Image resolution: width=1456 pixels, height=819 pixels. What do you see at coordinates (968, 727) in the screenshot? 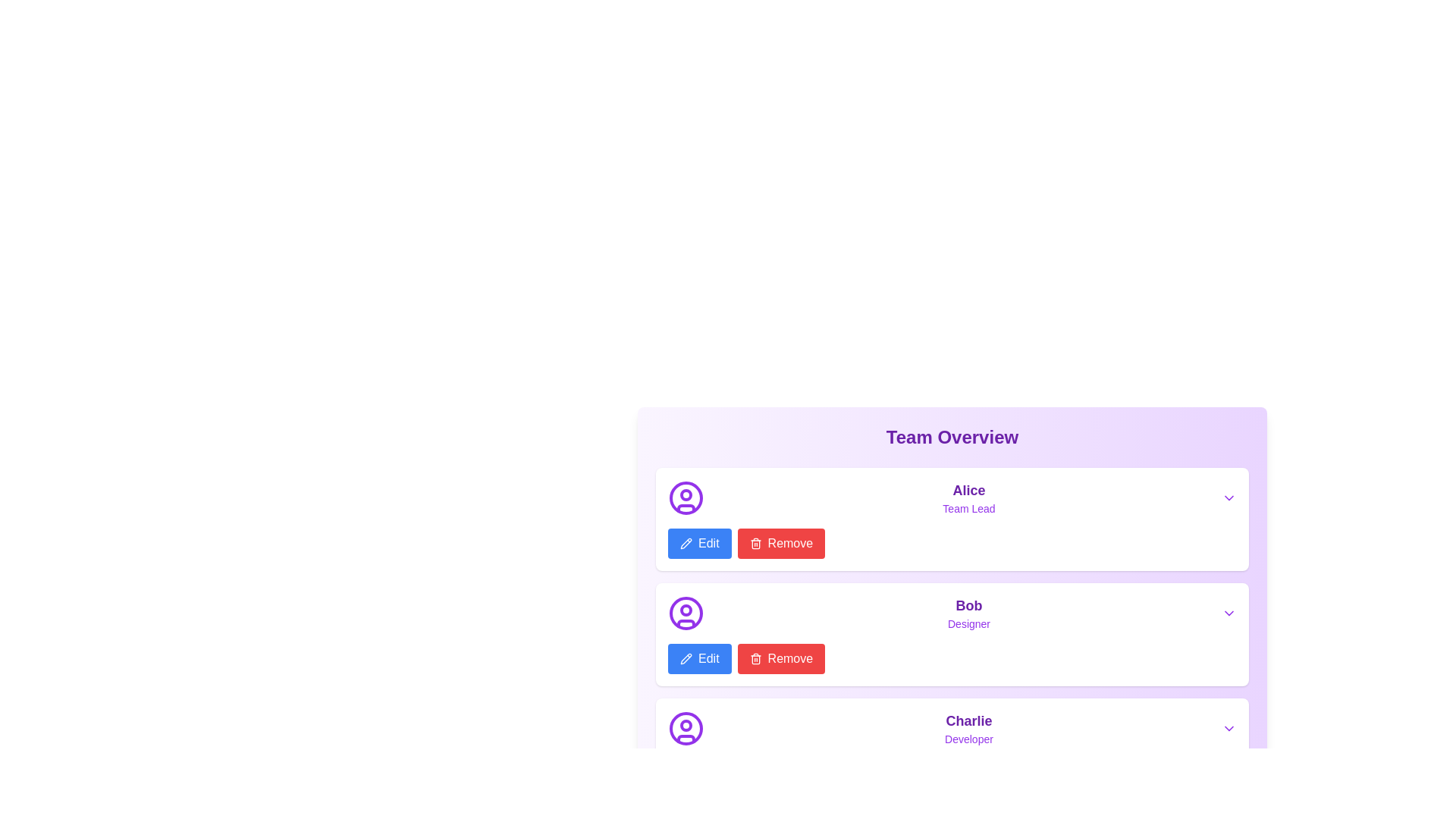
I see `text displayed in the text element that shows 'Charlie' as the header and 'Developer' as the subtext, located in the Team Overview section` at bounding box center [968, 727].